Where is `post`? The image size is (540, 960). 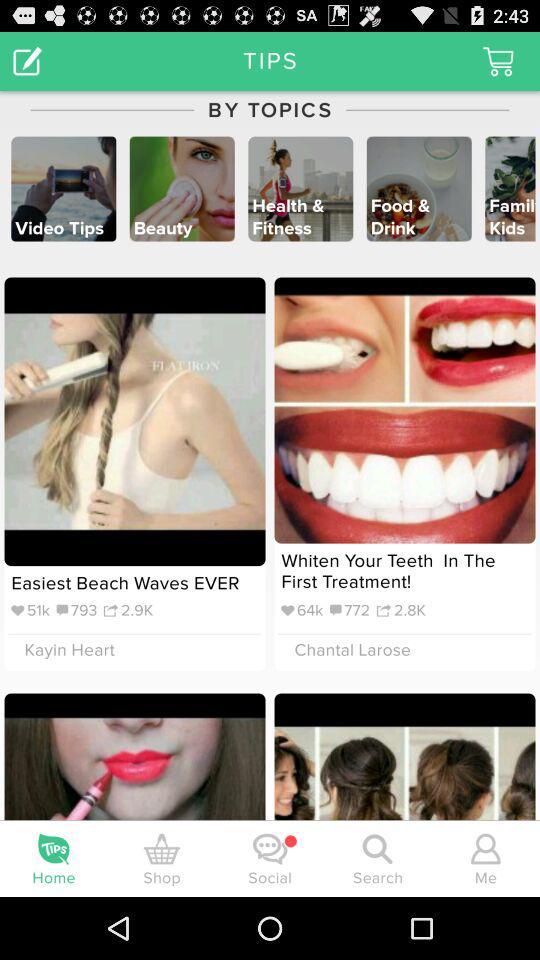 post is located at coordinates (26, 59).